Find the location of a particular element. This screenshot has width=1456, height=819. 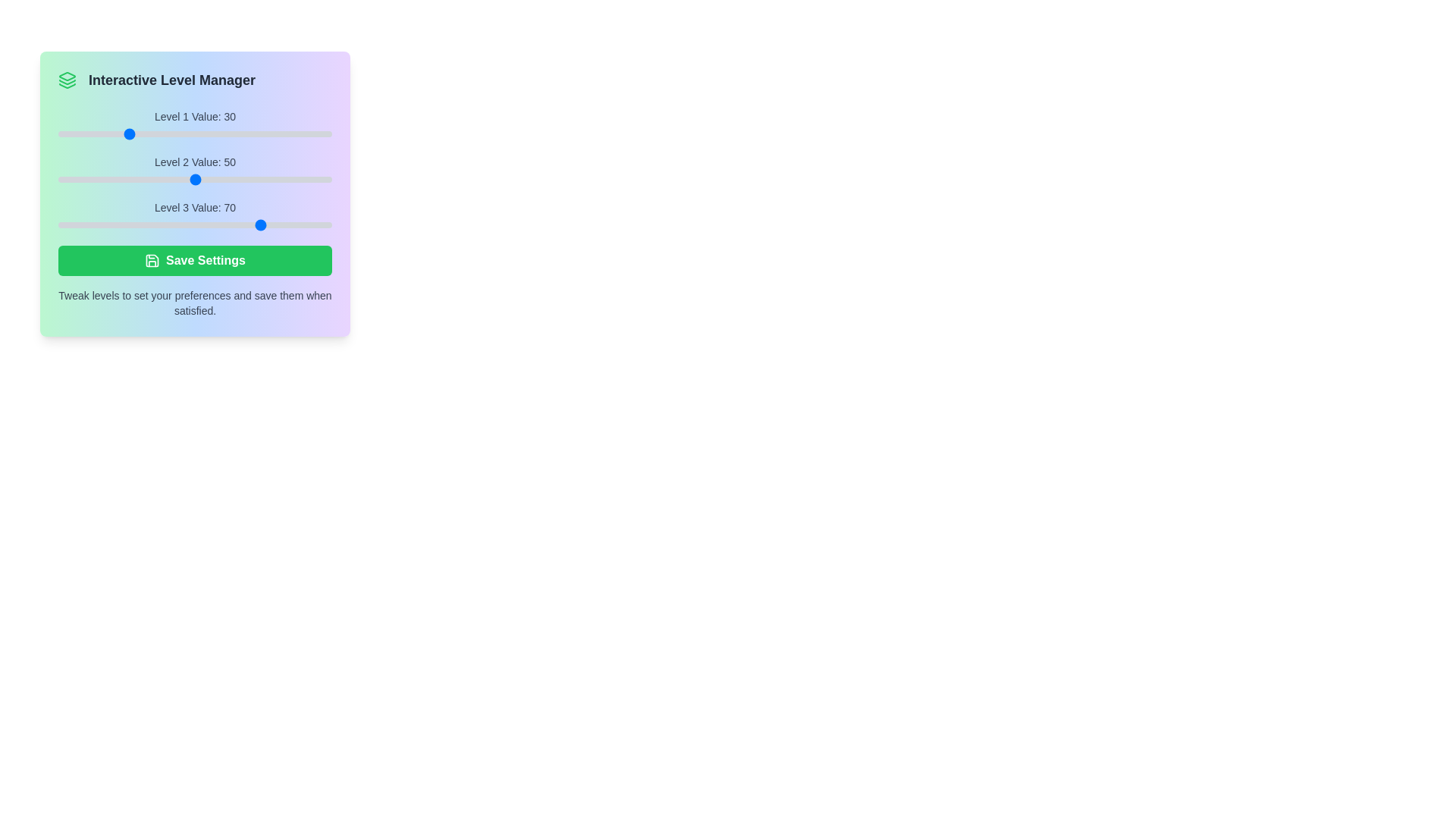

the third Range slider is located at coordinates (194, 225).